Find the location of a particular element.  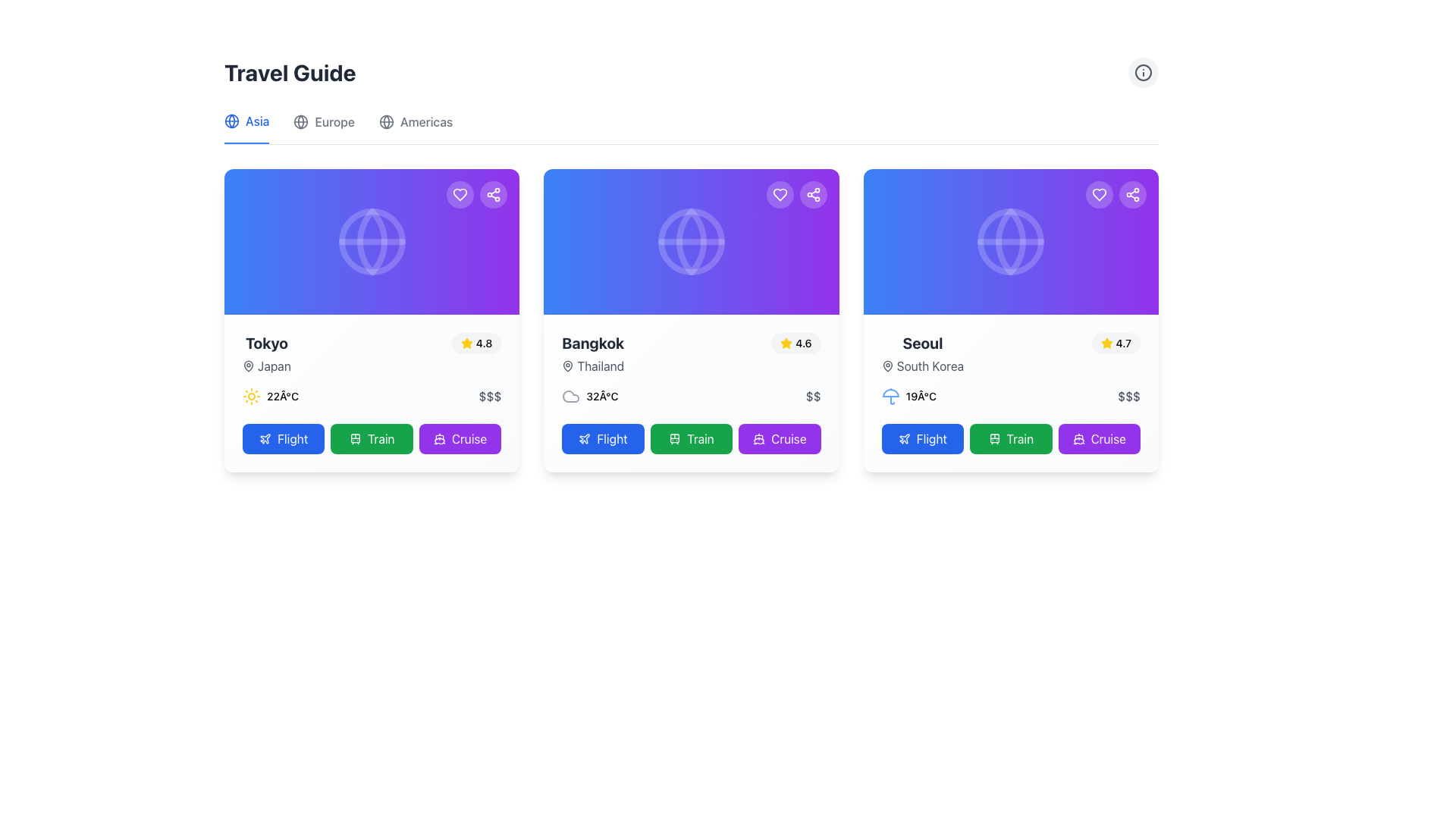

the decorative star symbol representing the rating value in the upper-right portion of the Bangkok card is located at coordinates (786, 343).